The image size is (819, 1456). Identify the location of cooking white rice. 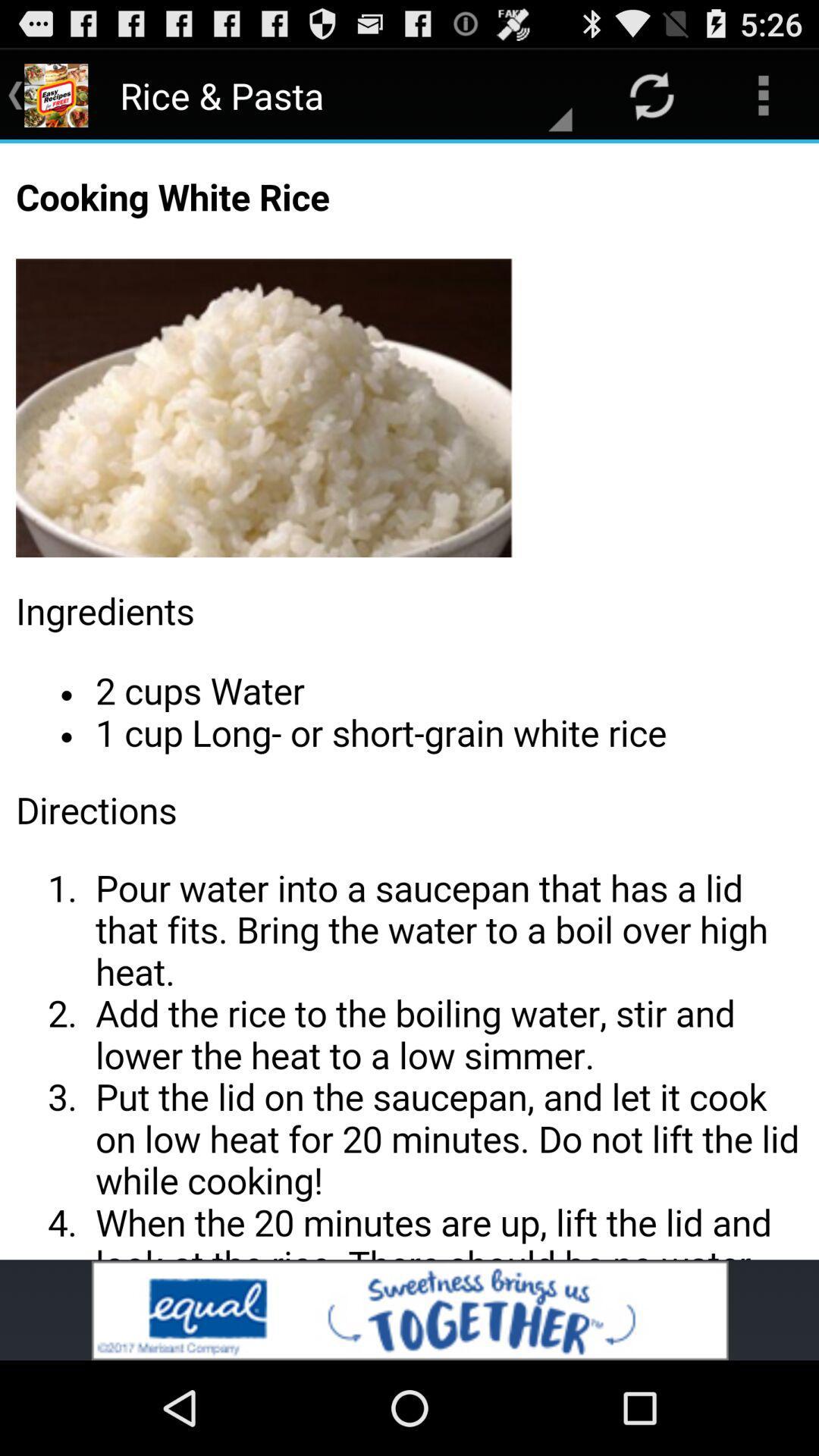
(409, 701).